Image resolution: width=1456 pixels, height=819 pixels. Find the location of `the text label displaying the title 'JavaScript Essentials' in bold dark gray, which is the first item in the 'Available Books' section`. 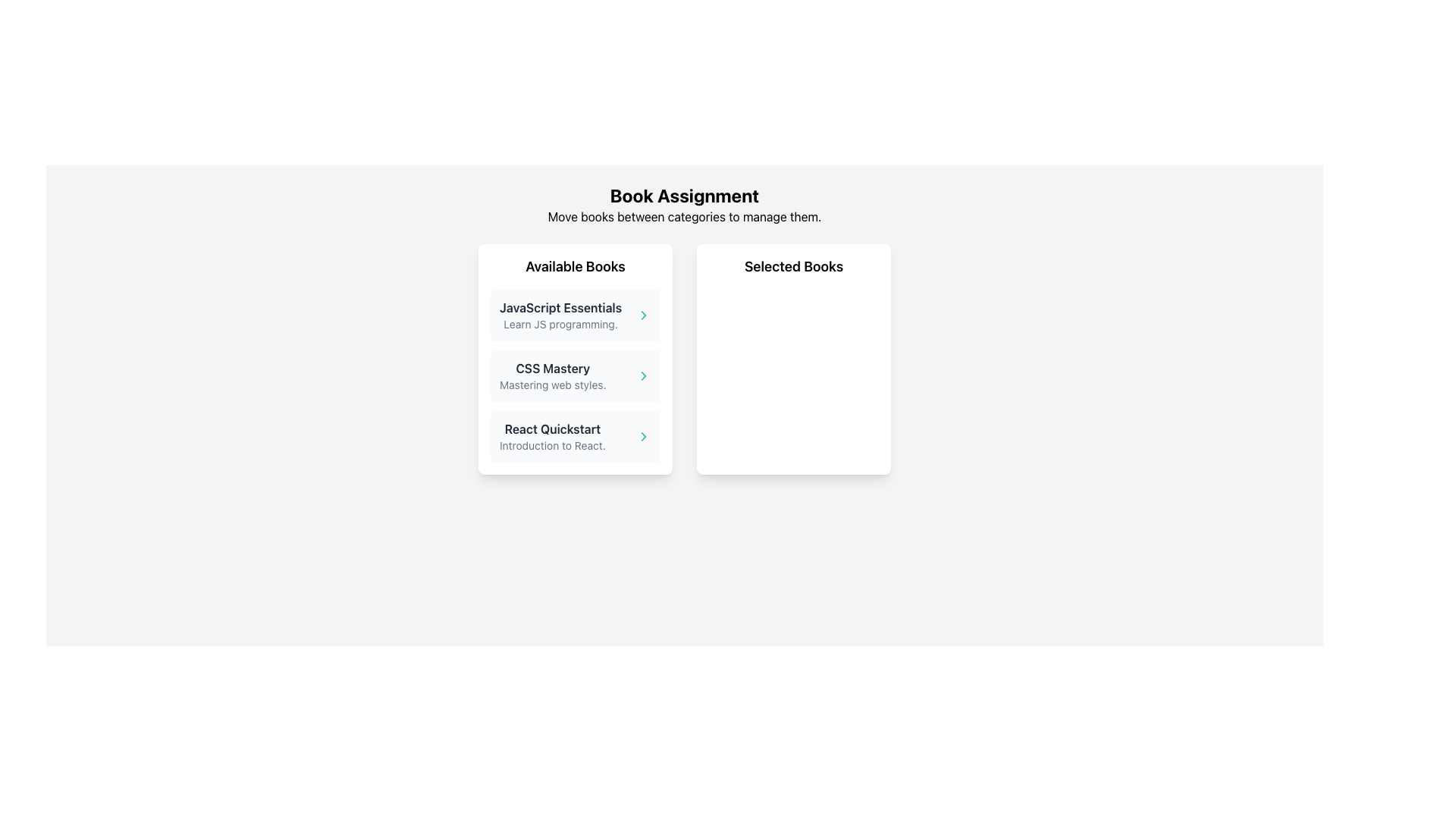

the text label displaying the title 'JavaScript Essentials' in bold dark gray, which is the first item in the 'Available Books' section is located at coordinates (560, 307).